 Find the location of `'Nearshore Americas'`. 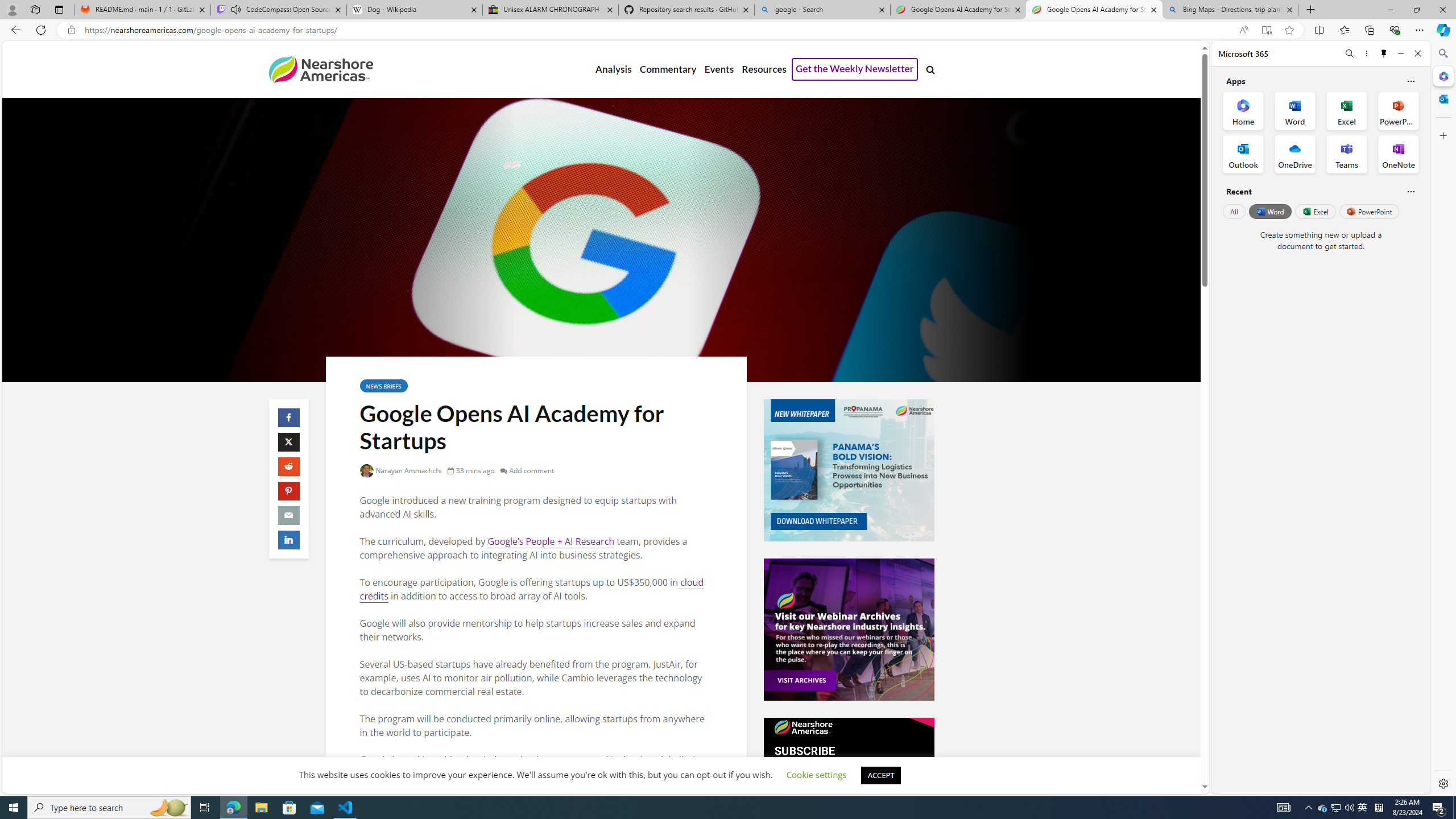

'Nearshore Americas' is located at coordinates (320, 68).